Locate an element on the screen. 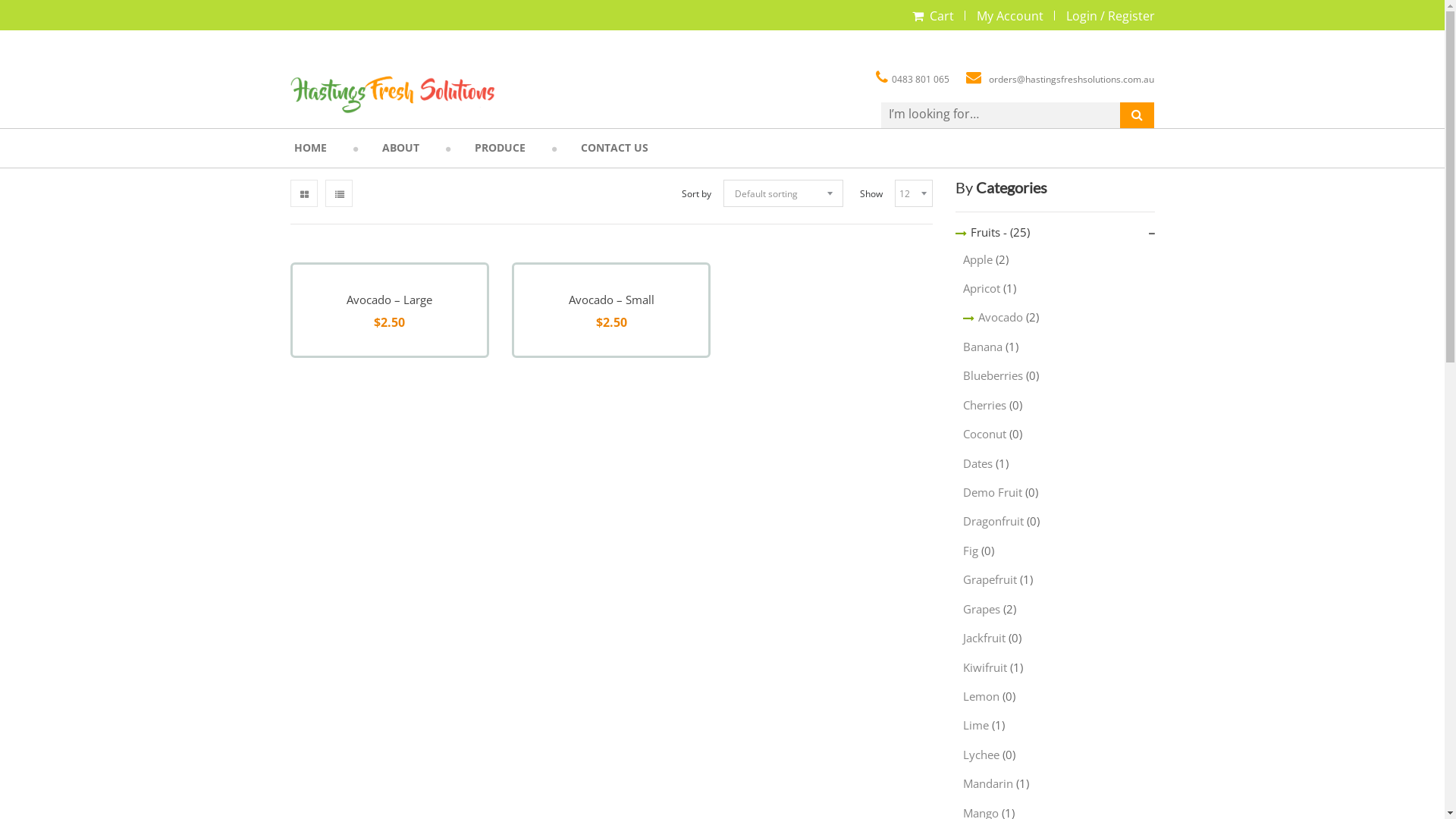  'CONTACT US' is located at coordinates (613, 148).